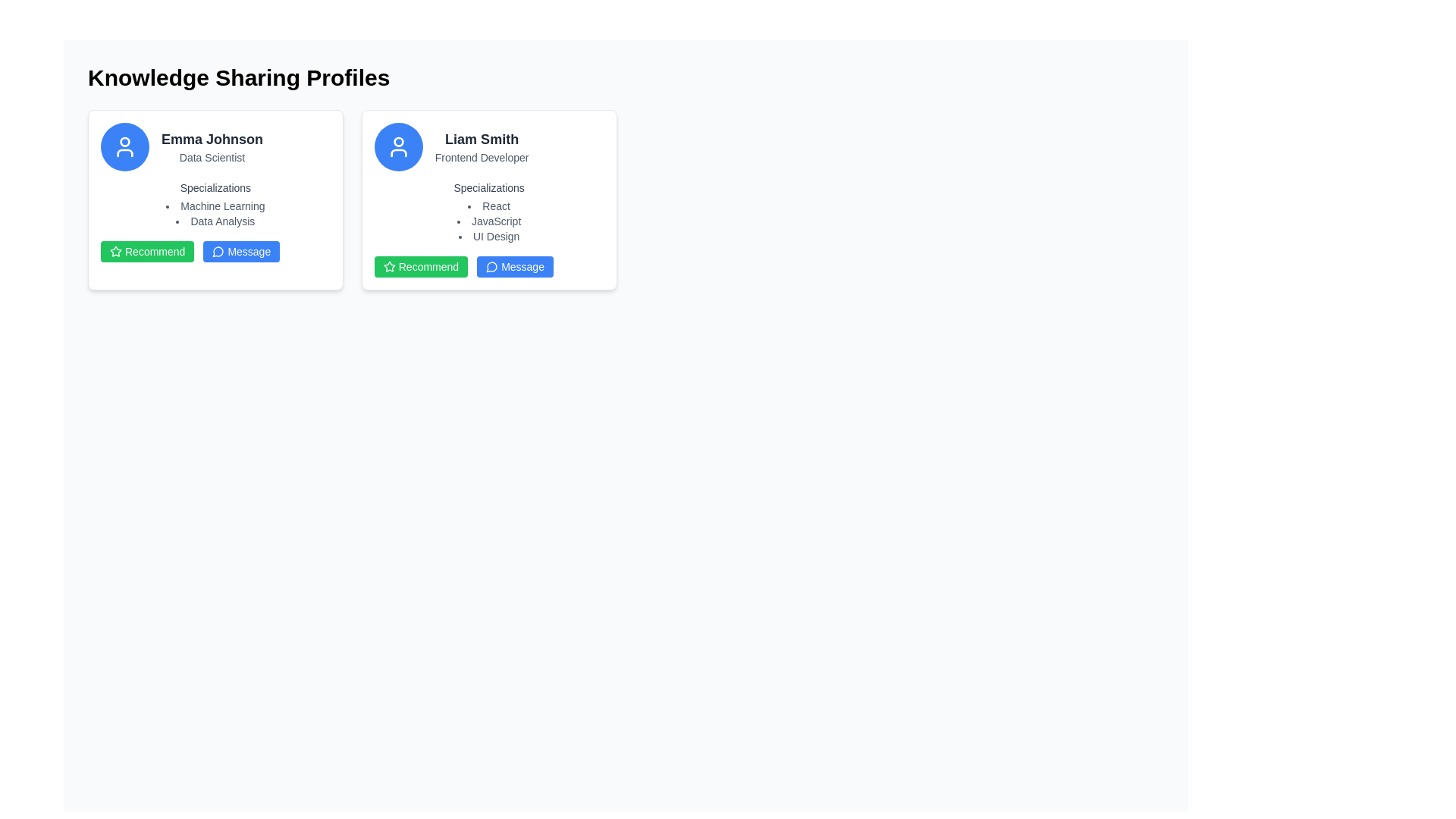 This screenshot has width=1456, height=819. I want to click on the head element of the user avatar icon for 'Liam Smith', which is part of the profile card and visually represented as a shape within a blue circle, so click(398, 142).